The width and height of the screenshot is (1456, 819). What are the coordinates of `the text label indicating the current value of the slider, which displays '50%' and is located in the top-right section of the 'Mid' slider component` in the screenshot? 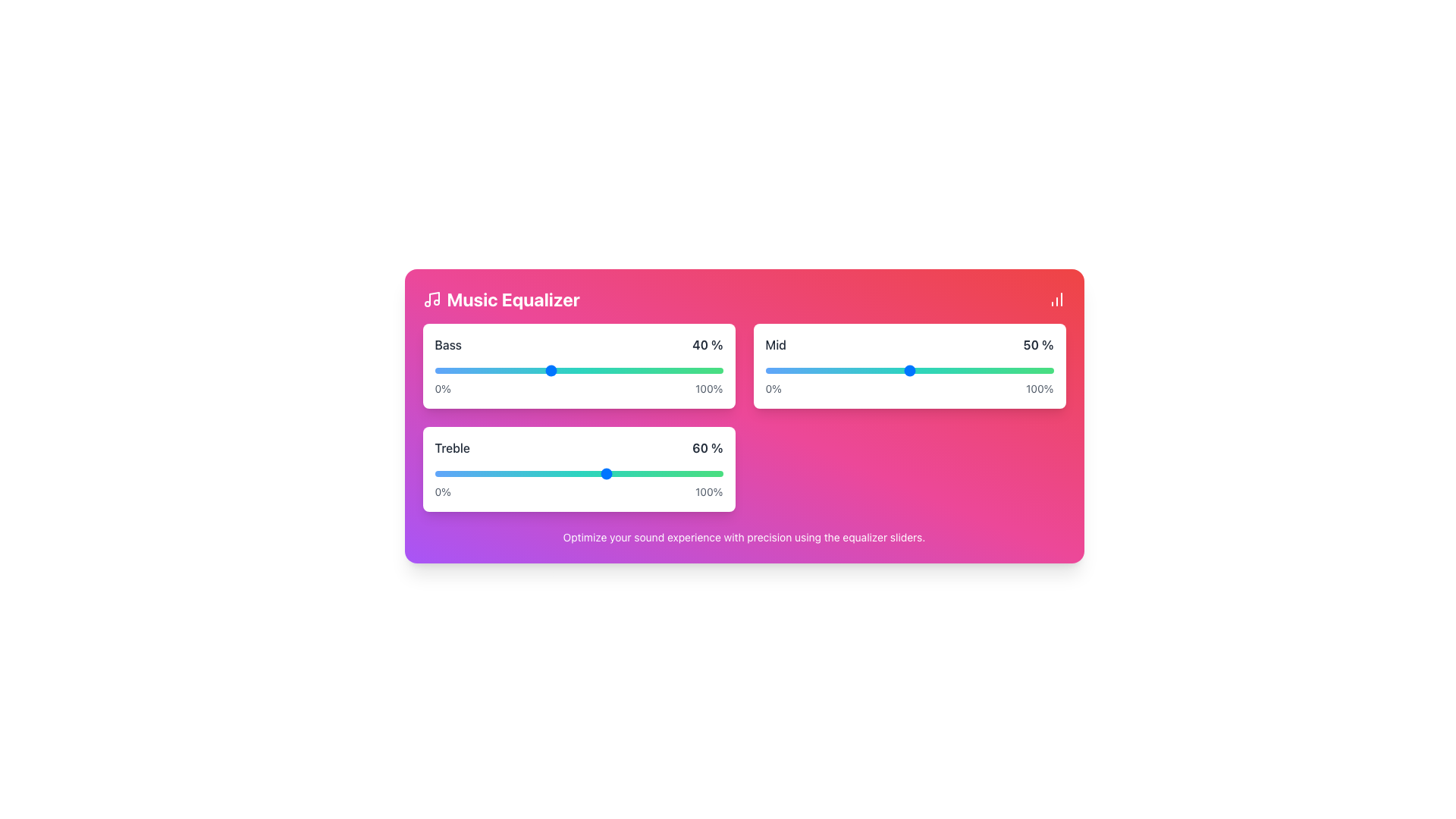 It's located at (1037, 345).